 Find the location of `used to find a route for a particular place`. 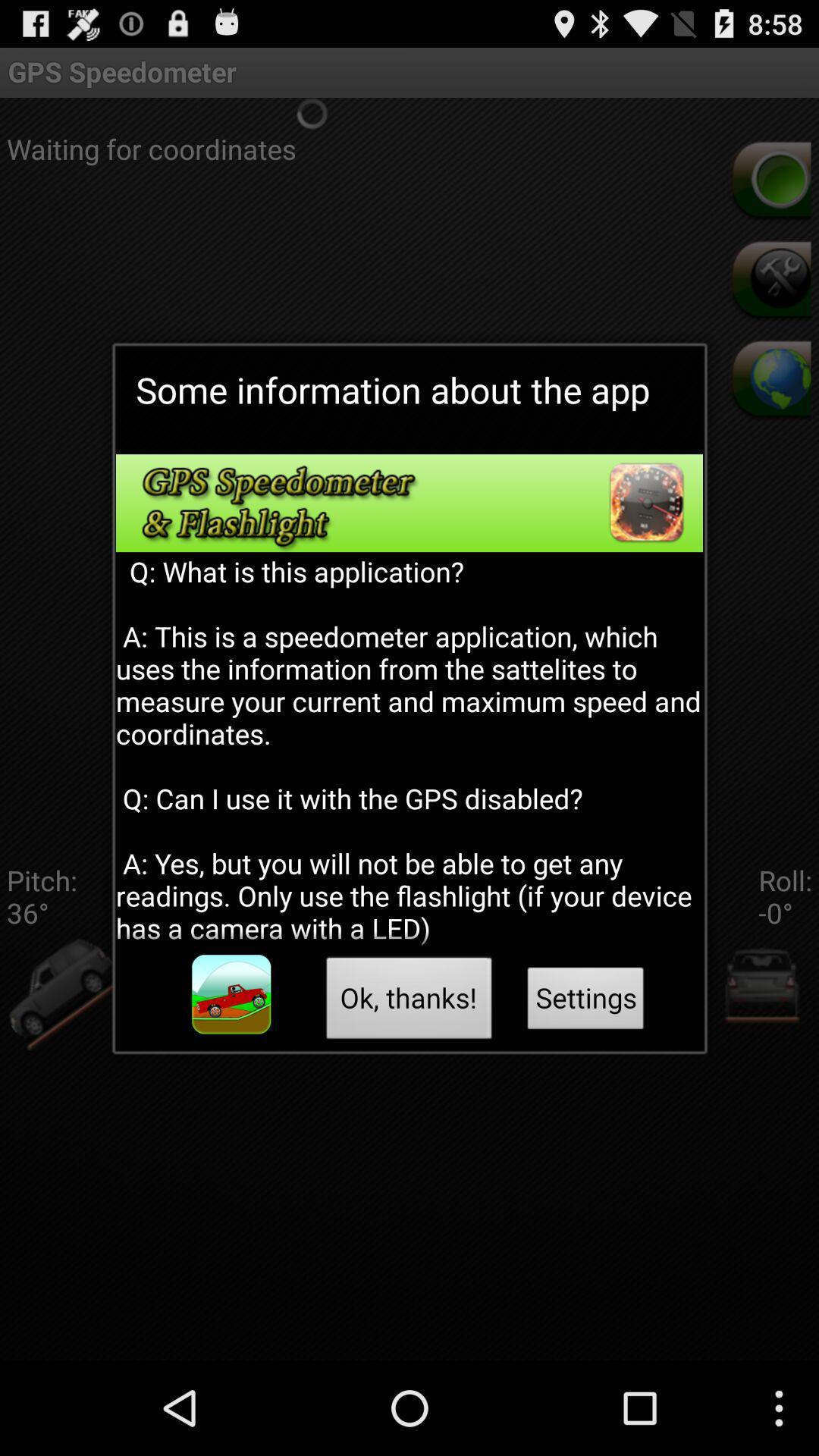

used to find a route for a particular place is located at coordinates (231, 994).